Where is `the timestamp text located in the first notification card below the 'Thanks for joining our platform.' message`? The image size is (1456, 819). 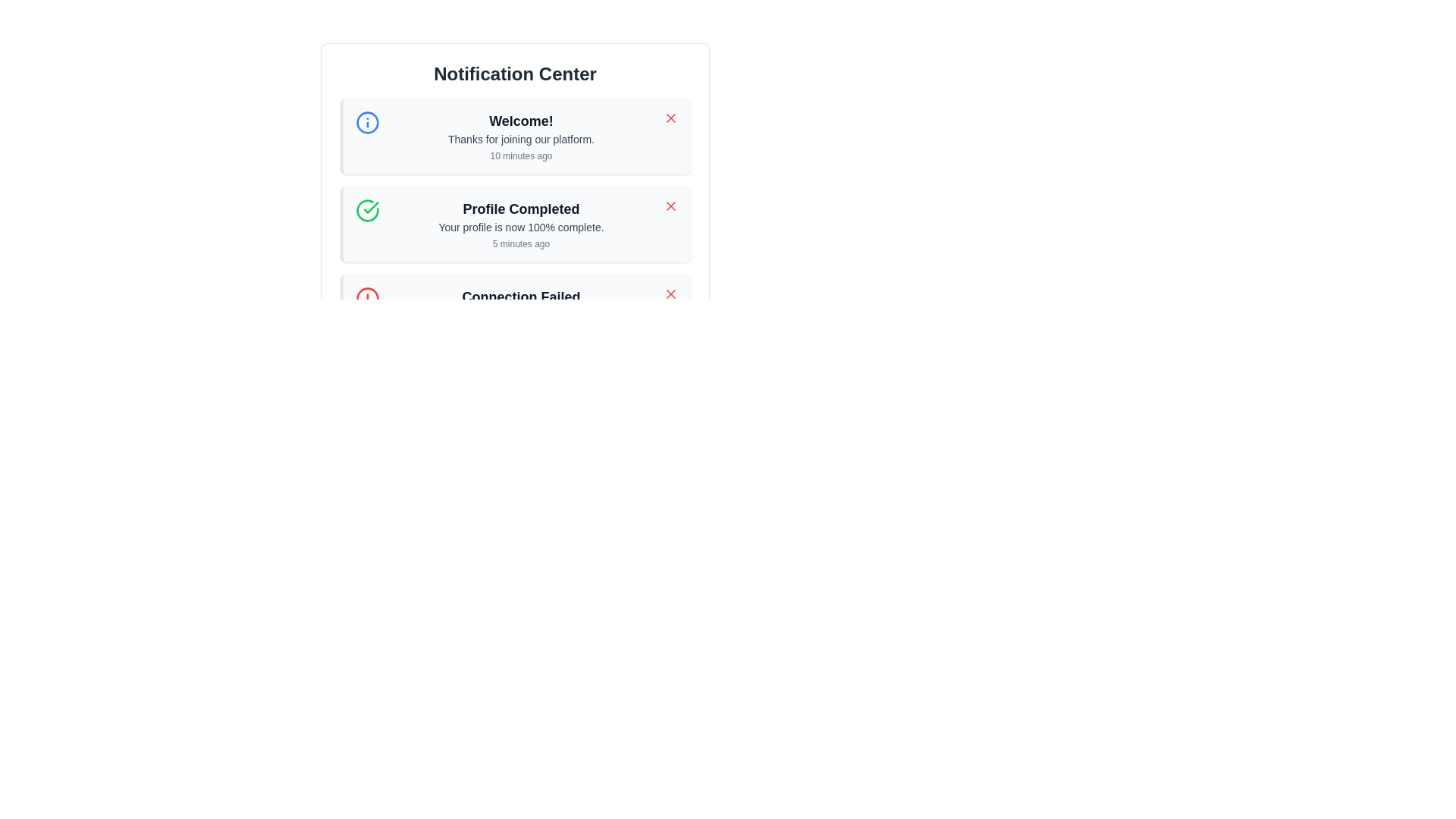
the timestamp text located in the first notification card below the 'Thanks for joining our platform.' message is located at coordinates (521, 155).